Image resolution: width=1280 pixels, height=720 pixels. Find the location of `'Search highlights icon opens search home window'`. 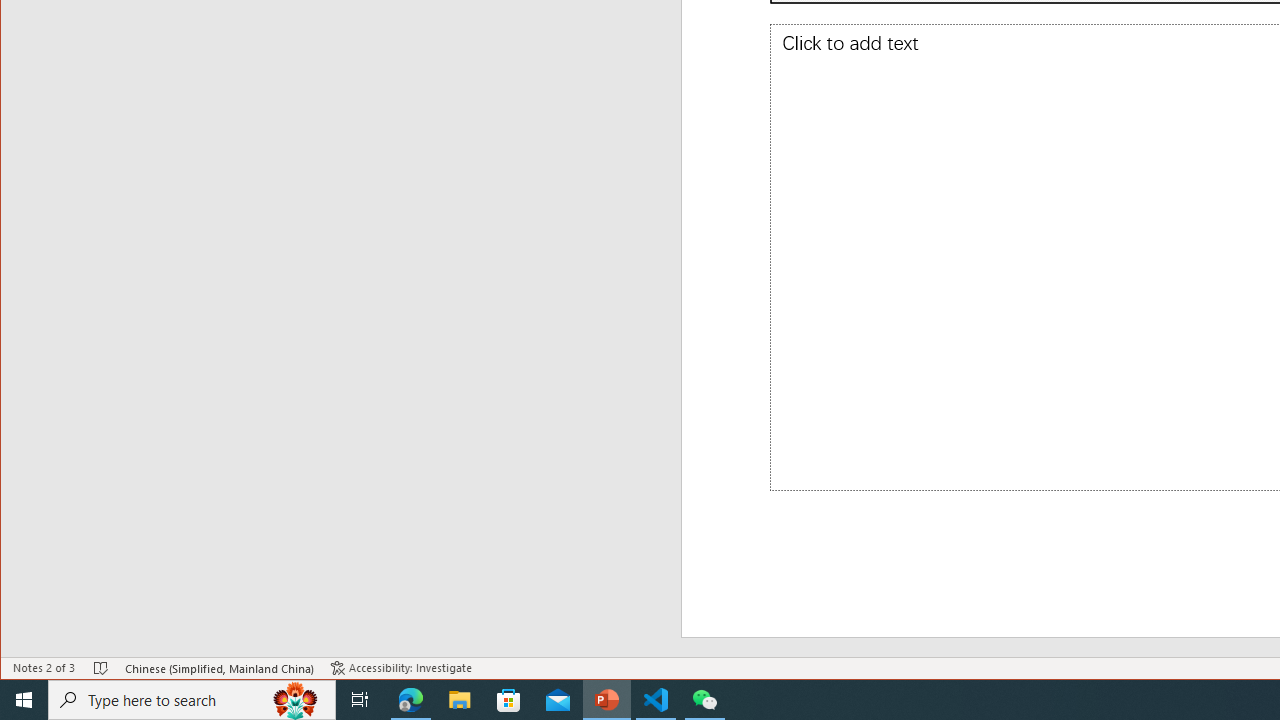

'Search highlights icon opens search home window' is located at coordinates (294, 698).